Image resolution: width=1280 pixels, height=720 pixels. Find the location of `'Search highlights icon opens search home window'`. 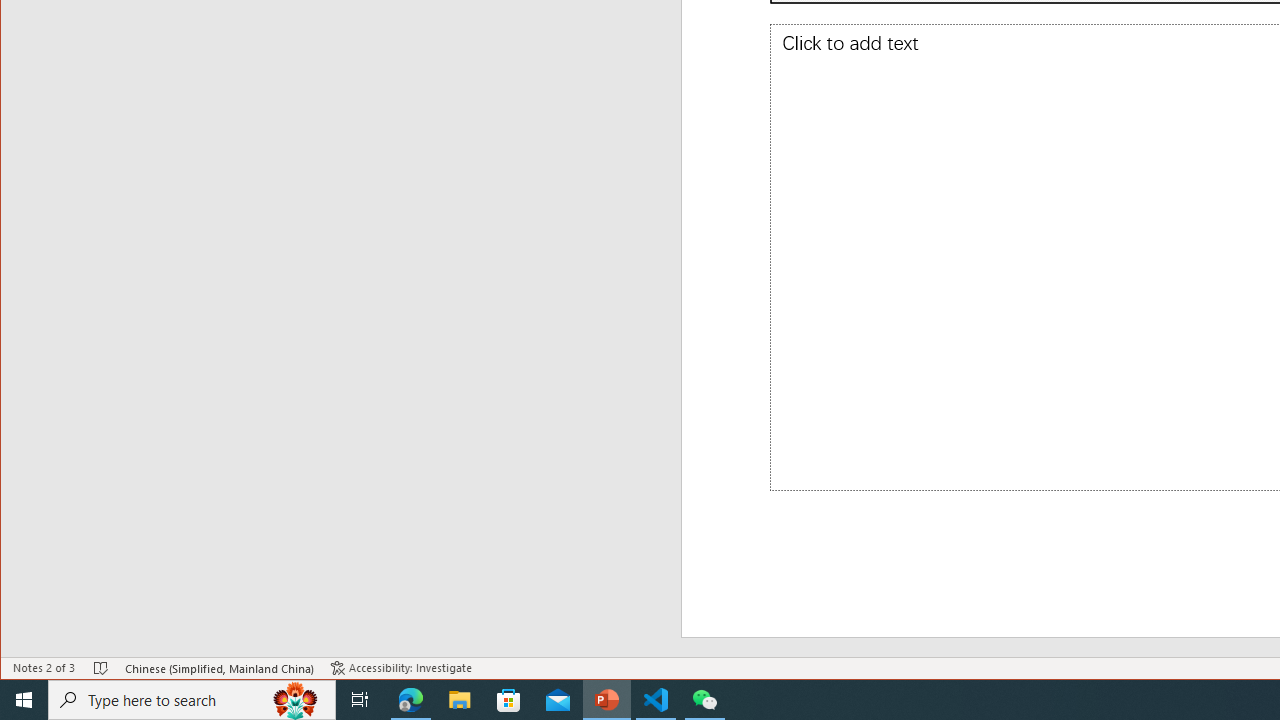

'Search highlights icon opens search home window' is located at coordinates (294, 698).